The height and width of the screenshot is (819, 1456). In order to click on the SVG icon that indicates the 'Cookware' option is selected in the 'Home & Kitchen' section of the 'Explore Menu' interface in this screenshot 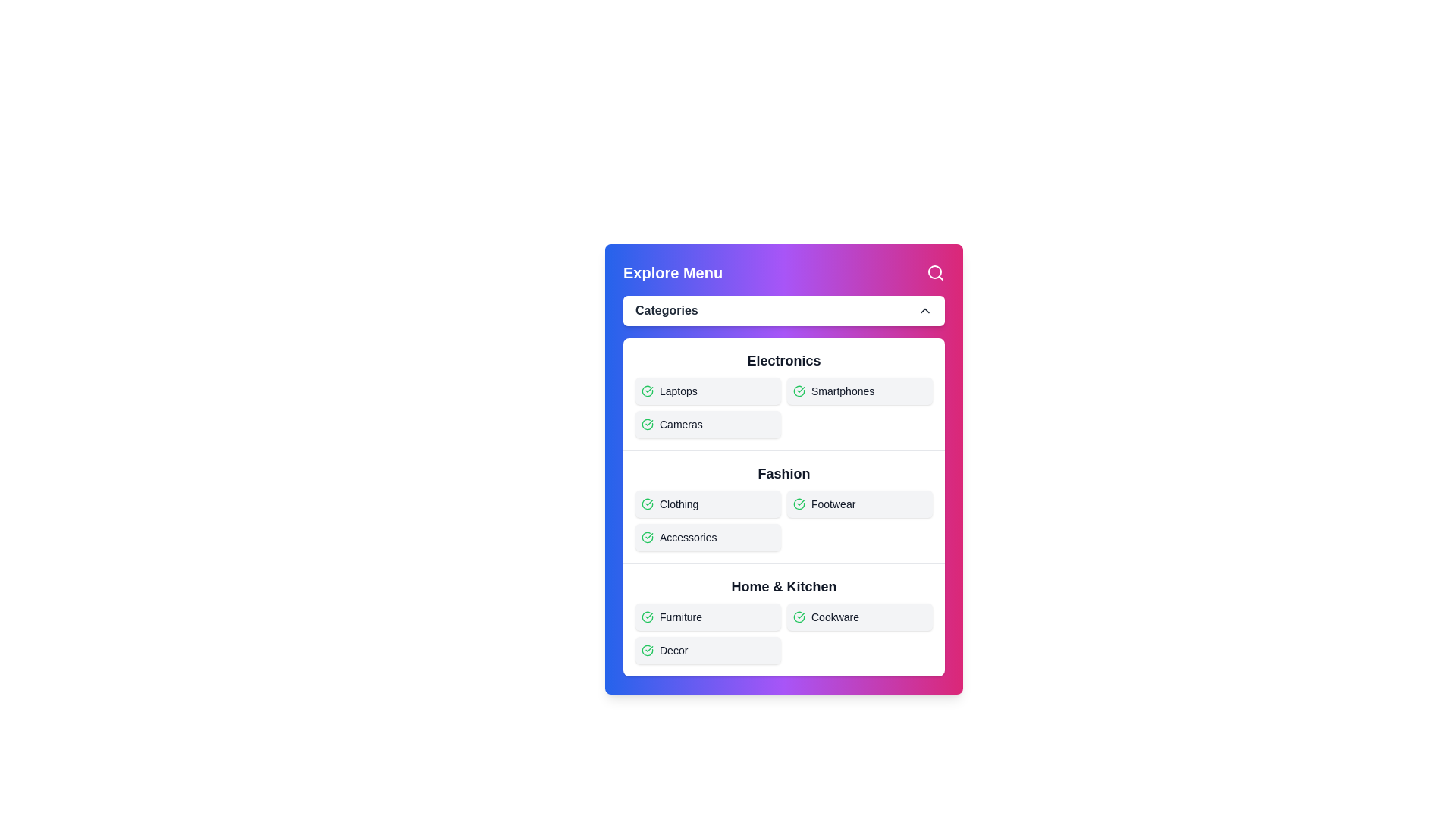, I will do `click(799, 617)`.